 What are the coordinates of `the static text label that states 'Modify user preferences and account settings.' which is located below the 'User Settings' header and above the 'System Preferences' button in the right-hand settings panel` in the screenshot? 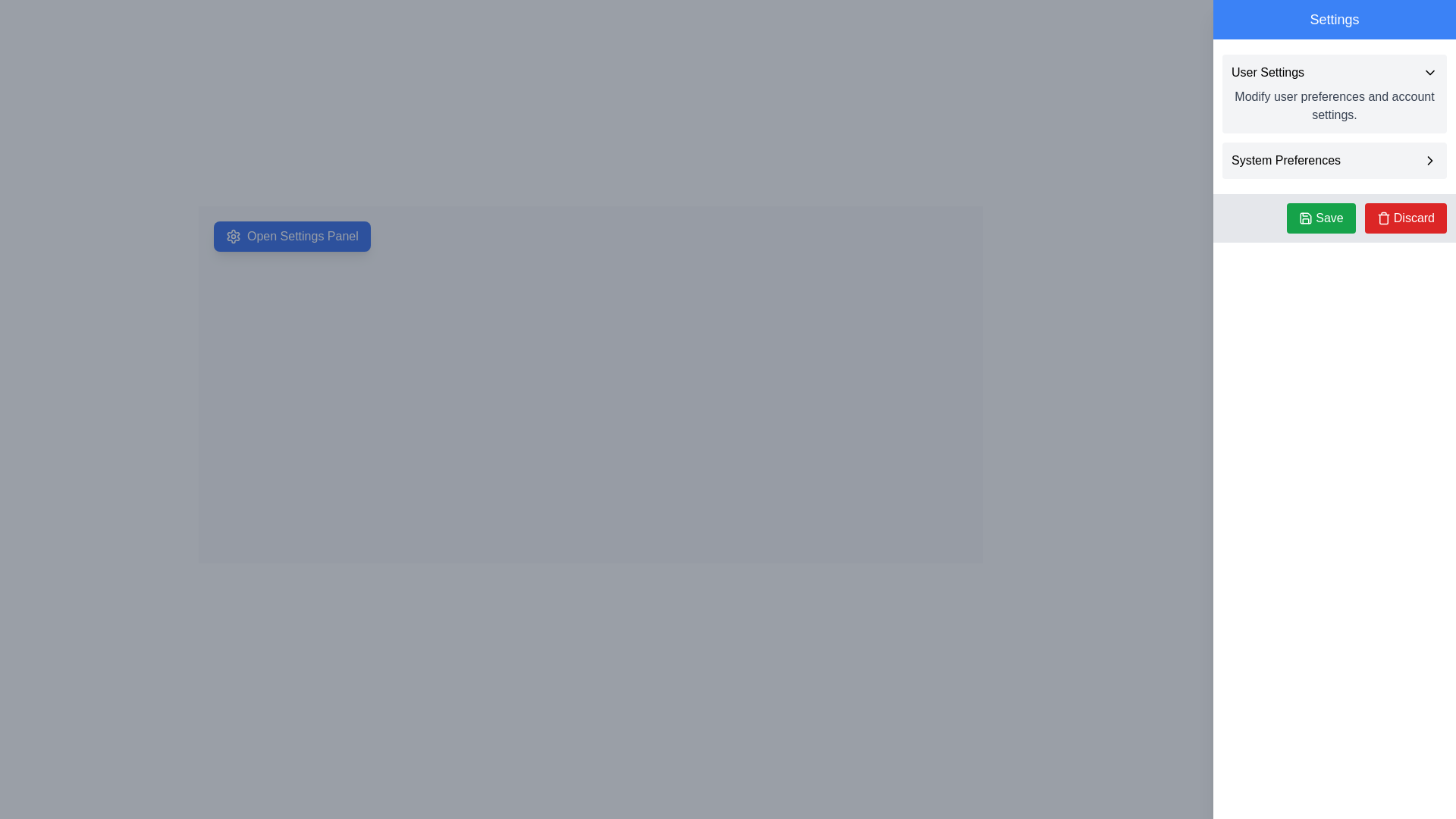 It's located at (1335, 105).